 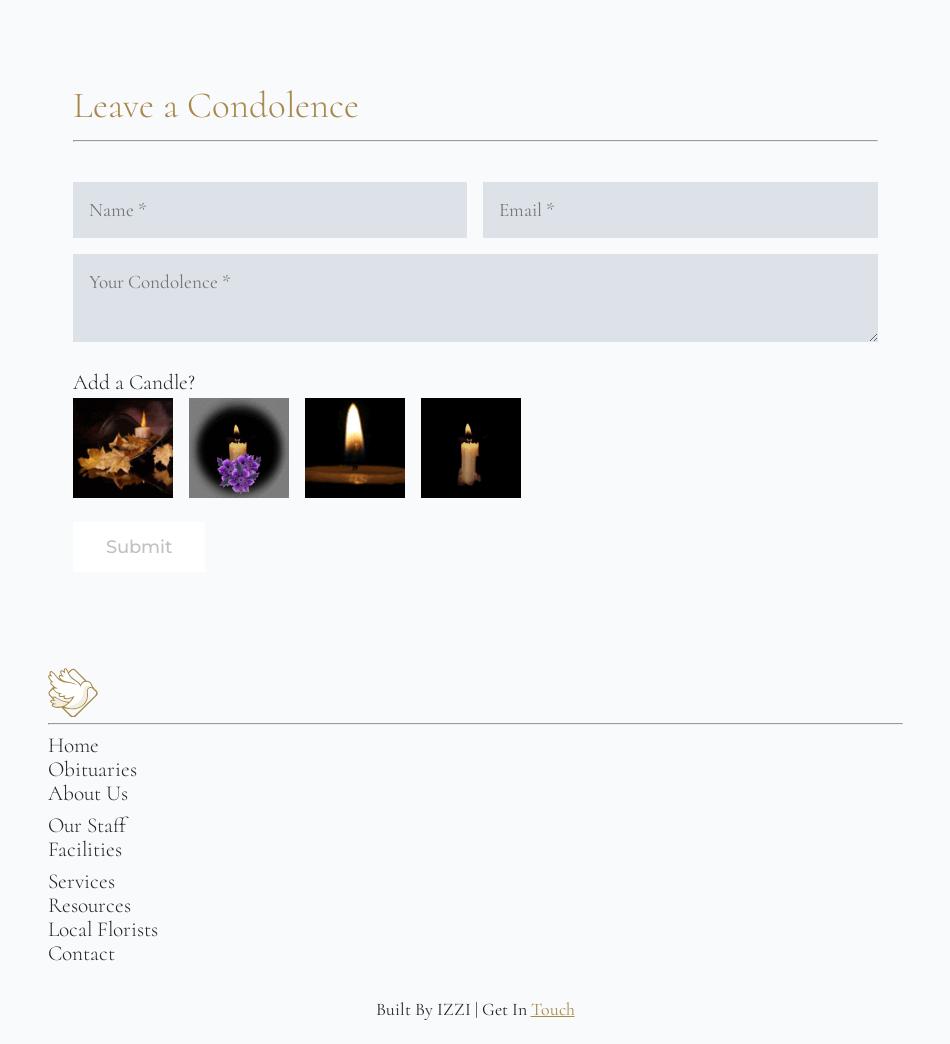 I want to click on 'Leave a Condolence', so click(x=214, y=104).